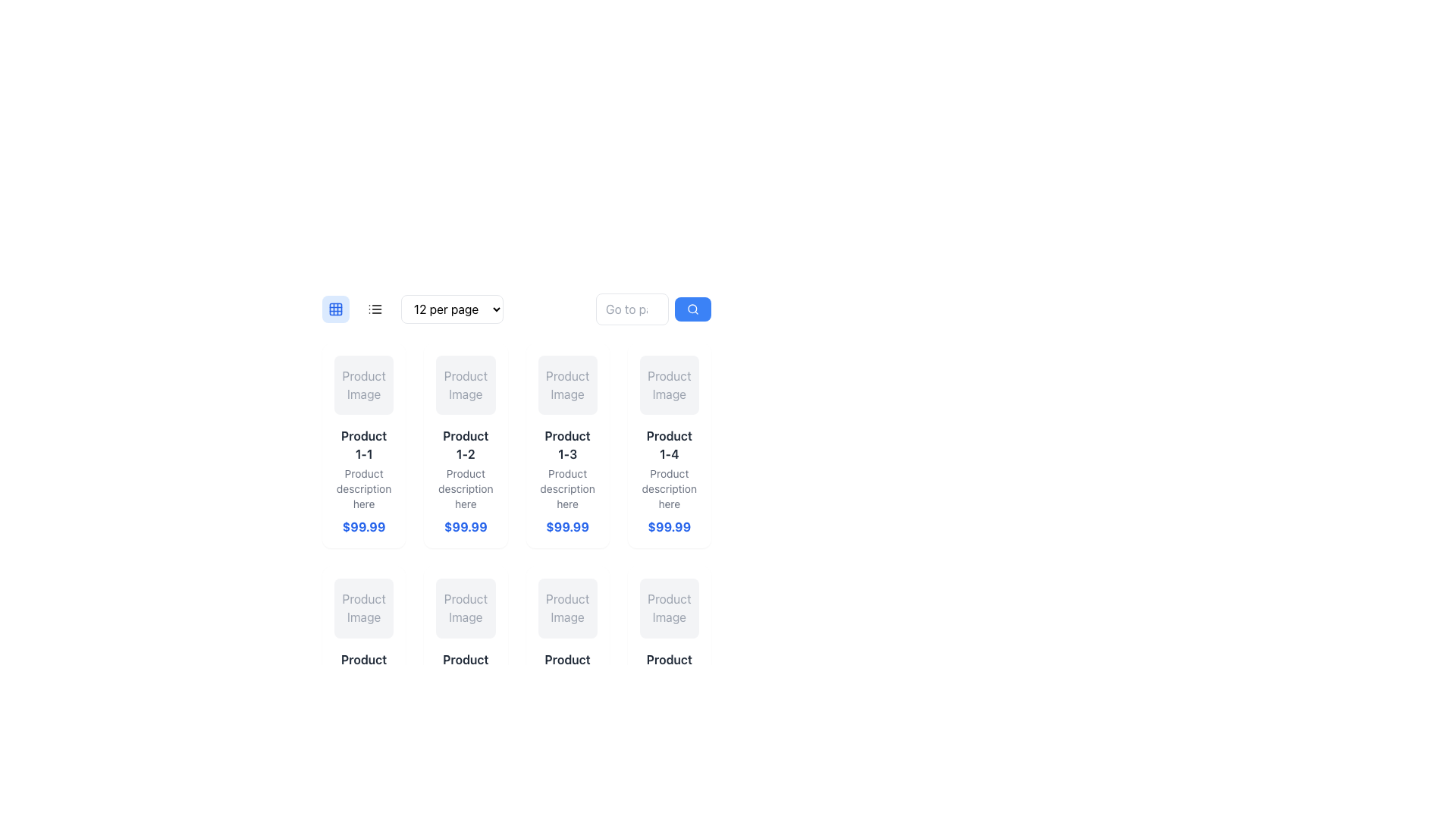  I want to click on the Card component that provides an overview of a product, positioned as the third item in the first row of the grid layout, so click(566, 445).